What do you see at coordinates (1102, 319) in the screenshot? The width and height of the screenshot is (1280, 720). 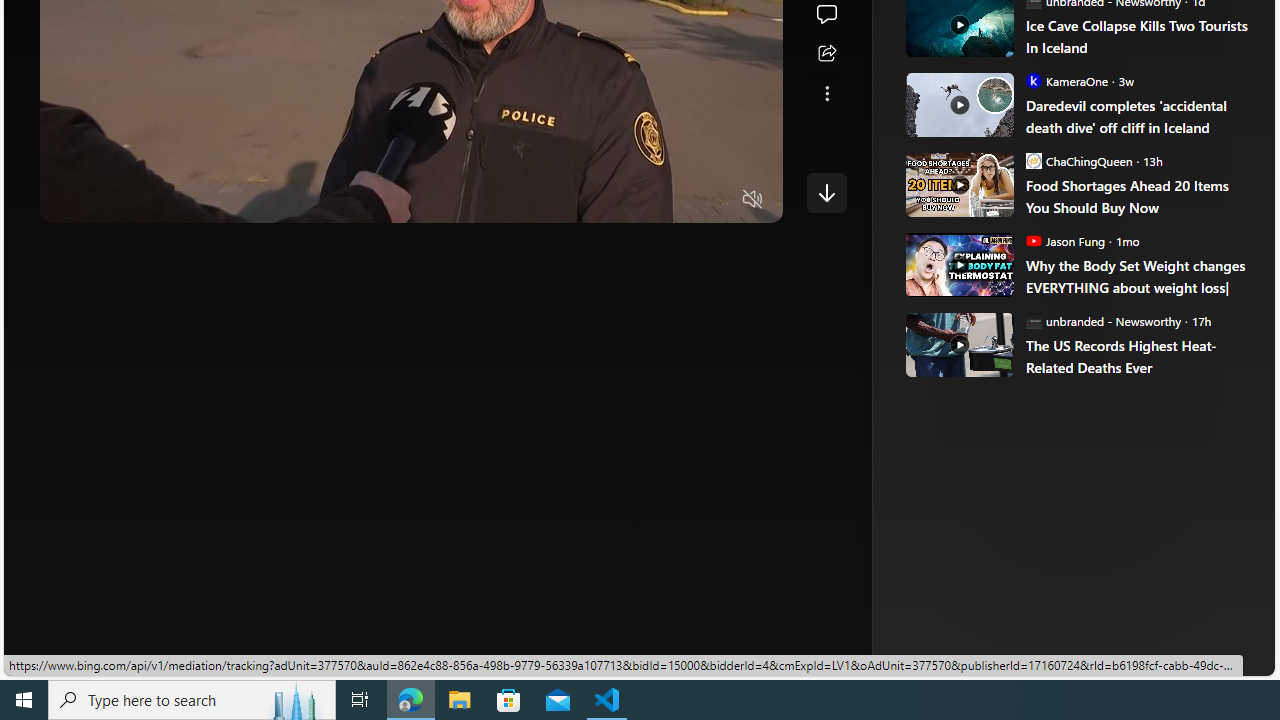 I see `'unbranded - Newsworthy unbranded - Newsworthy'` at bounding box center [1102, 319].